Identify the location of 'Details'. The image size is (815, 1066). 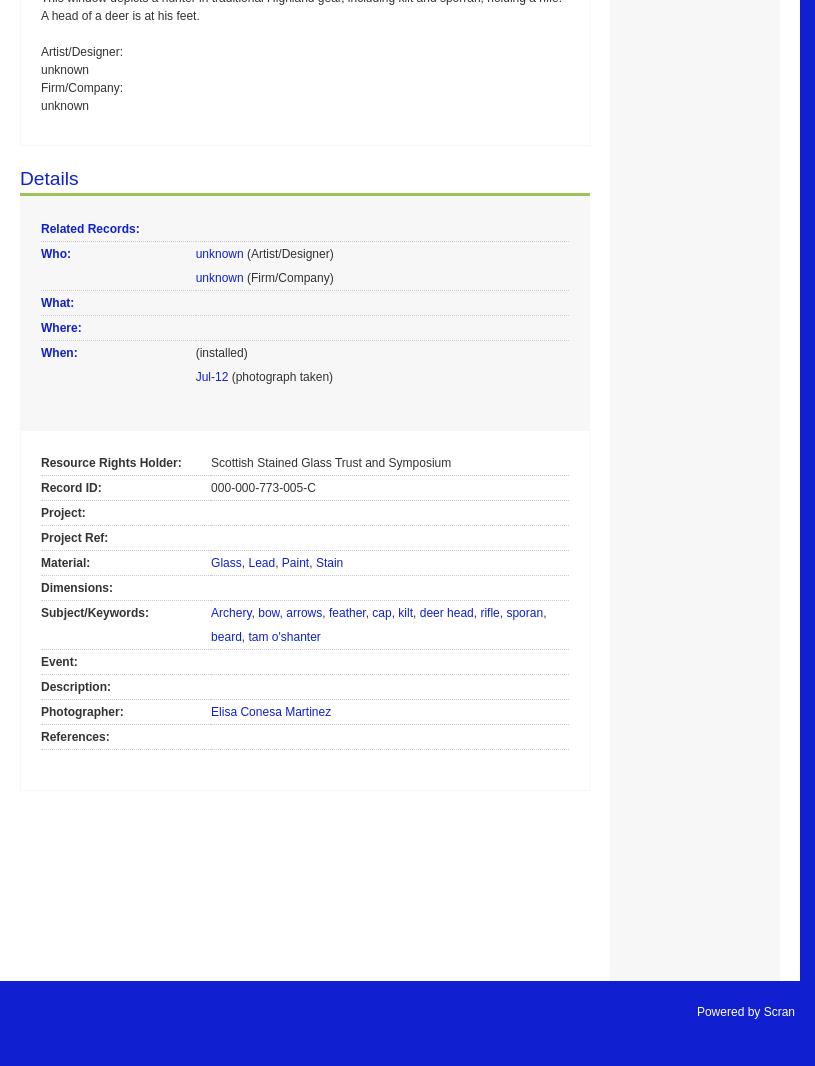
(47, 176).